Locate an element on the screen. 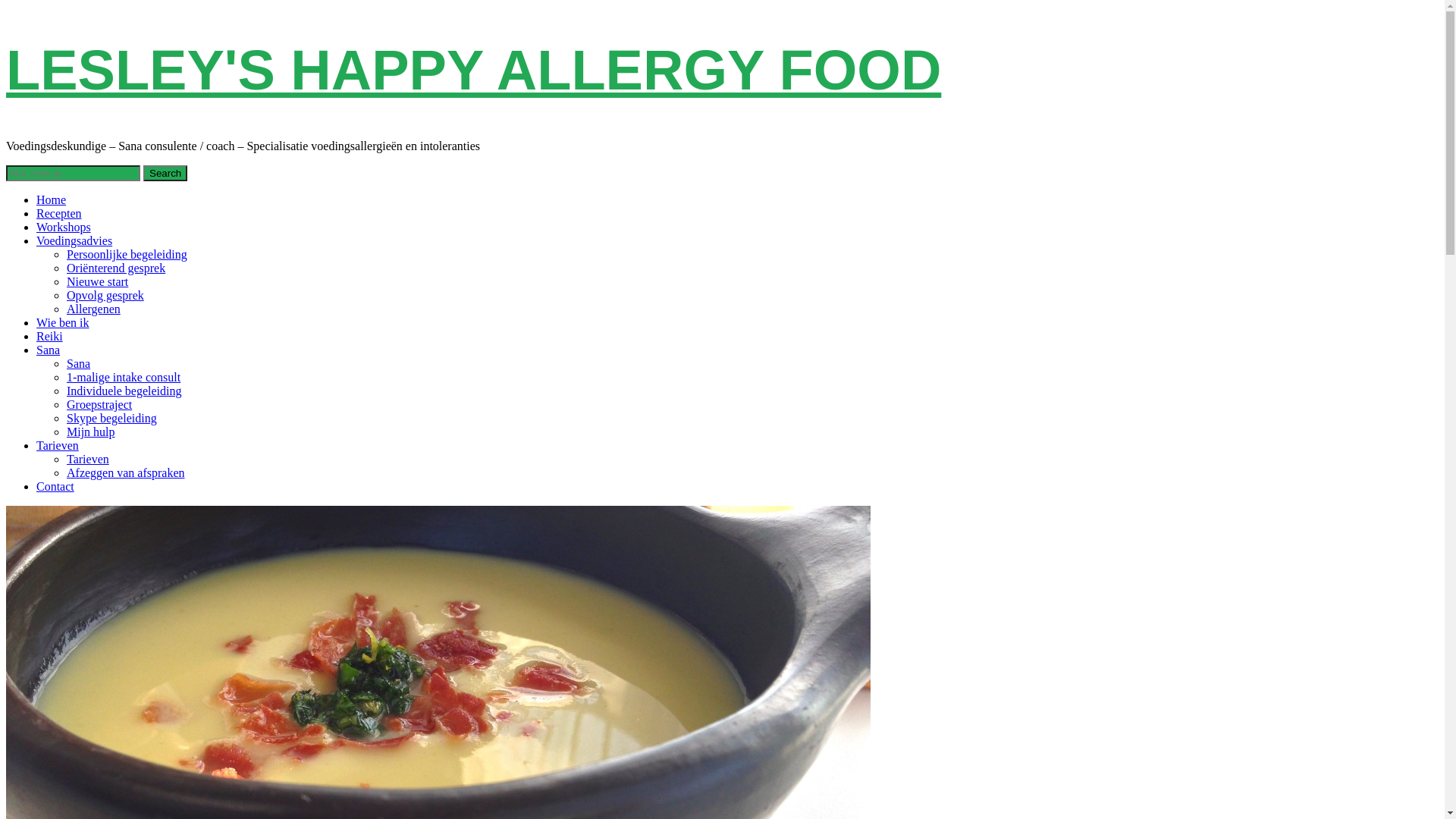 The width and height of the screenshot is (1456, 819). 'Opvolg gesprek' is located at coordinates (65, 295).